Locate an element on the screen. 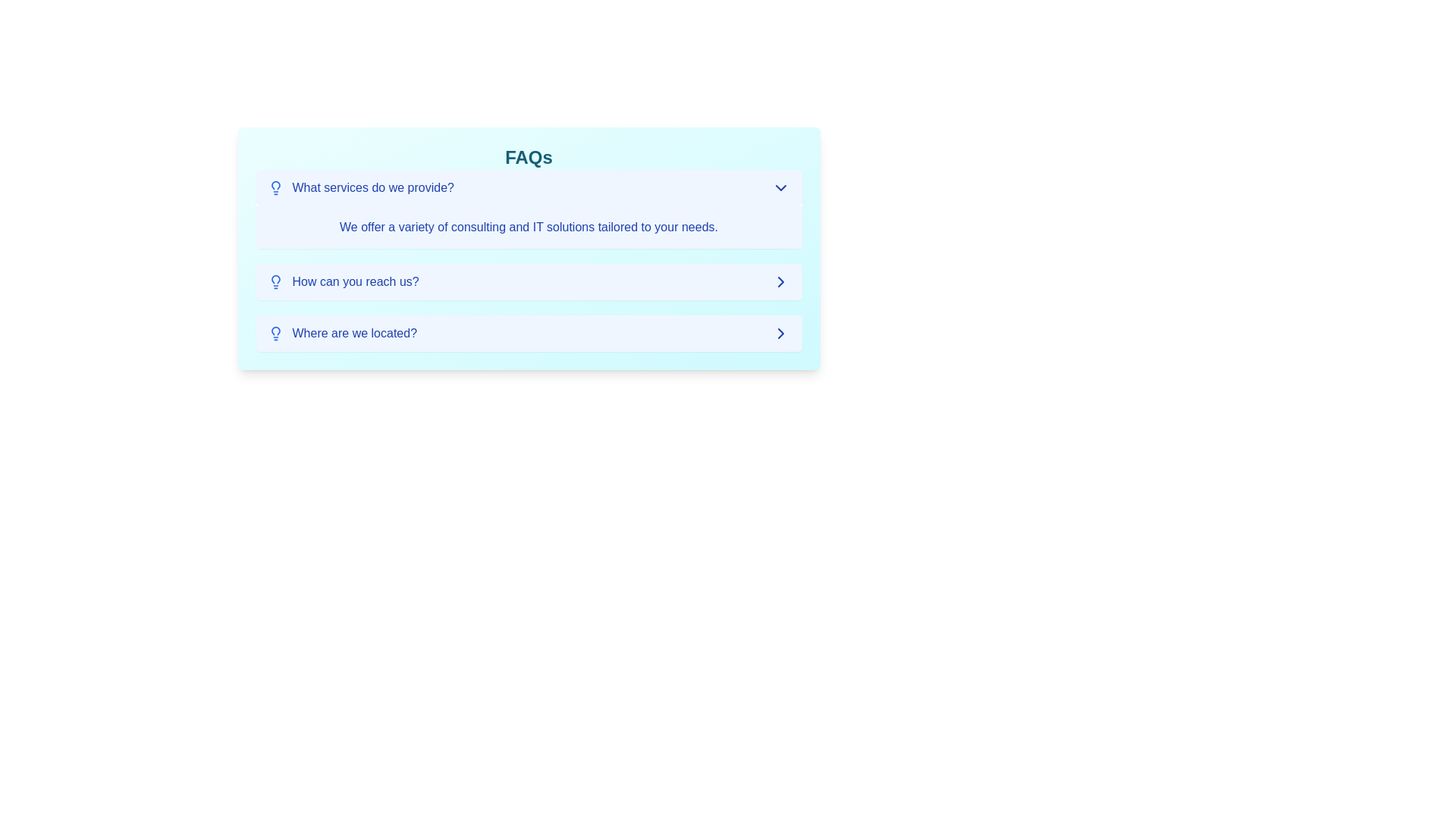 The height and width of the screenshot is (819, 1456). the toggle arrow icon located at the right of the first FAQ section is located at coordinates (780, 187).